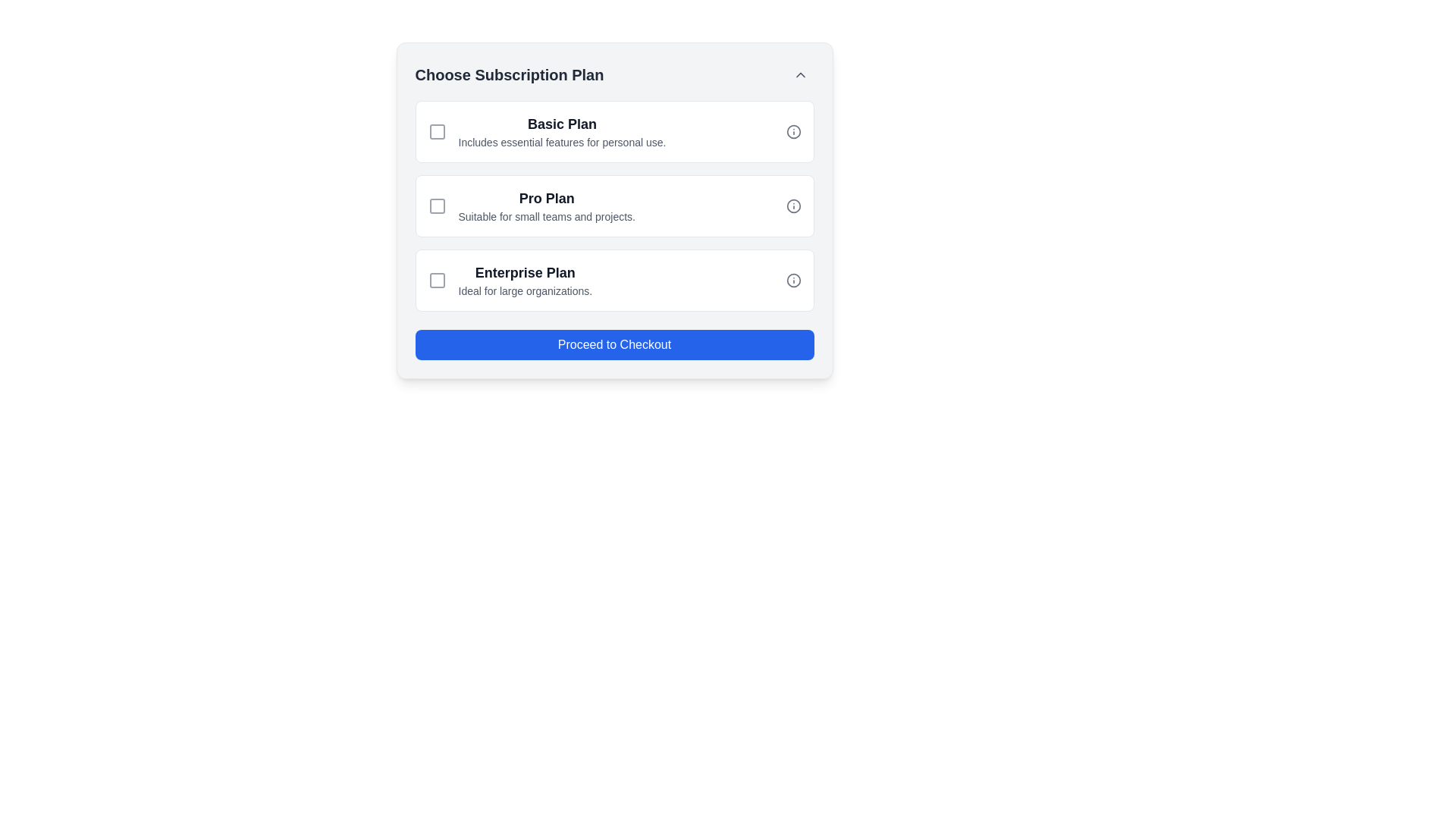  Describe the element at coordinates (614, 345) in the screenshot. I see `the rectangular button with a blue background and white text that says 'Proceed to Checkout'` at that location.